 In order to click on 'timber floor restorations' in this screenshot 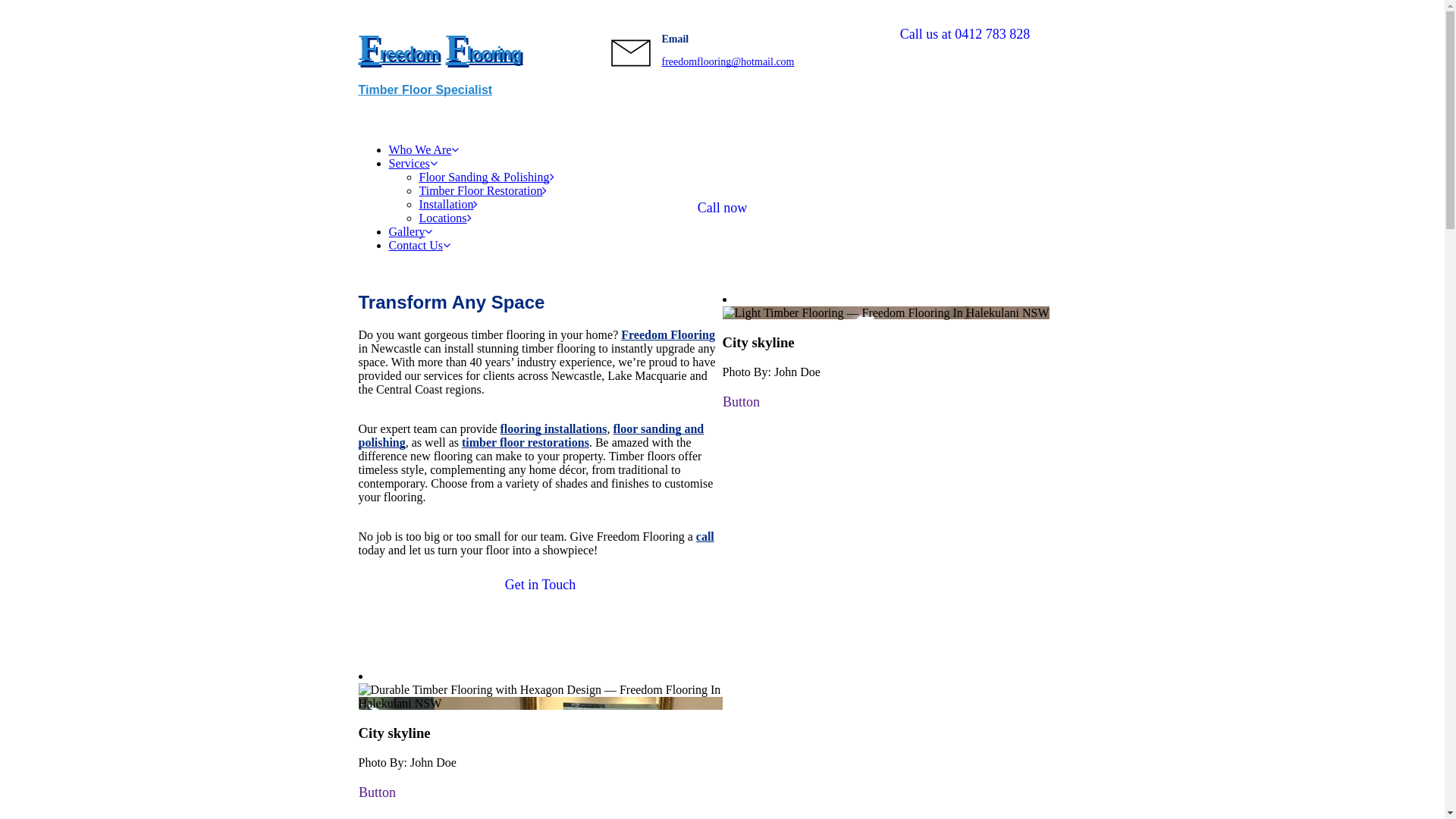, I will do `click(461, 442)`.